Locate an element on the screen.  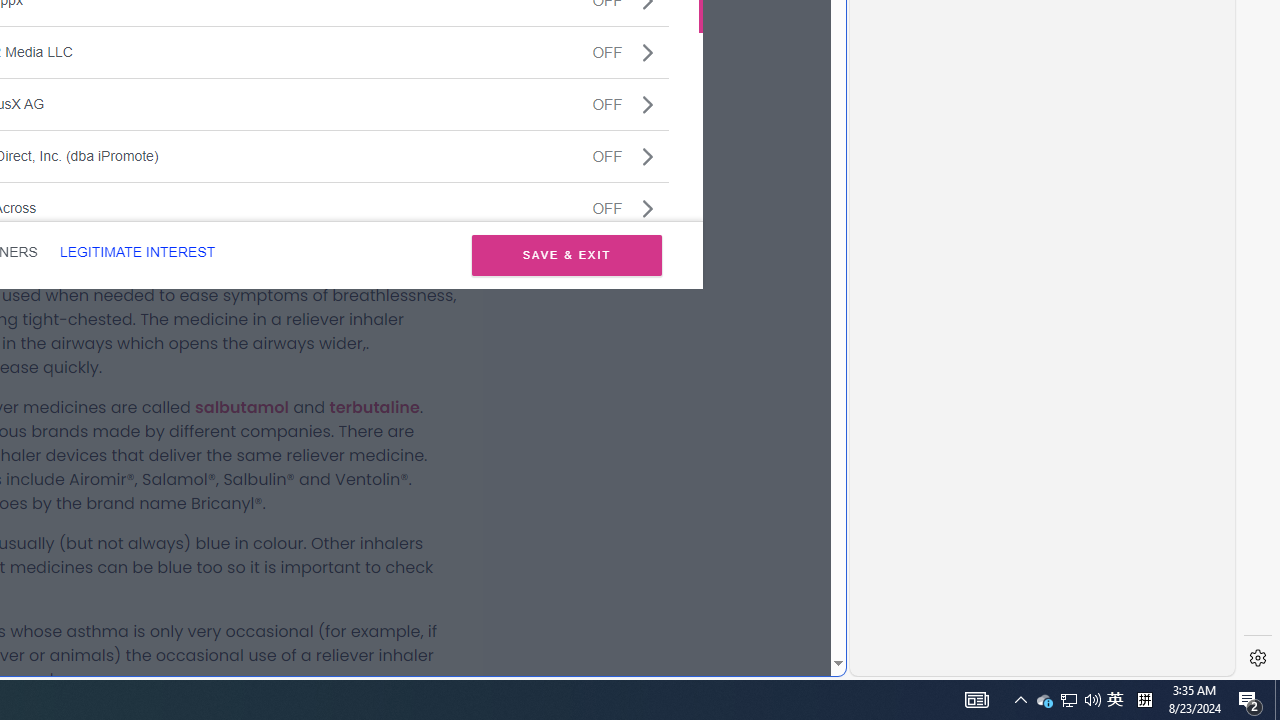
'LEGITIMATE INTEREST' is located at coordinates (136, 250).